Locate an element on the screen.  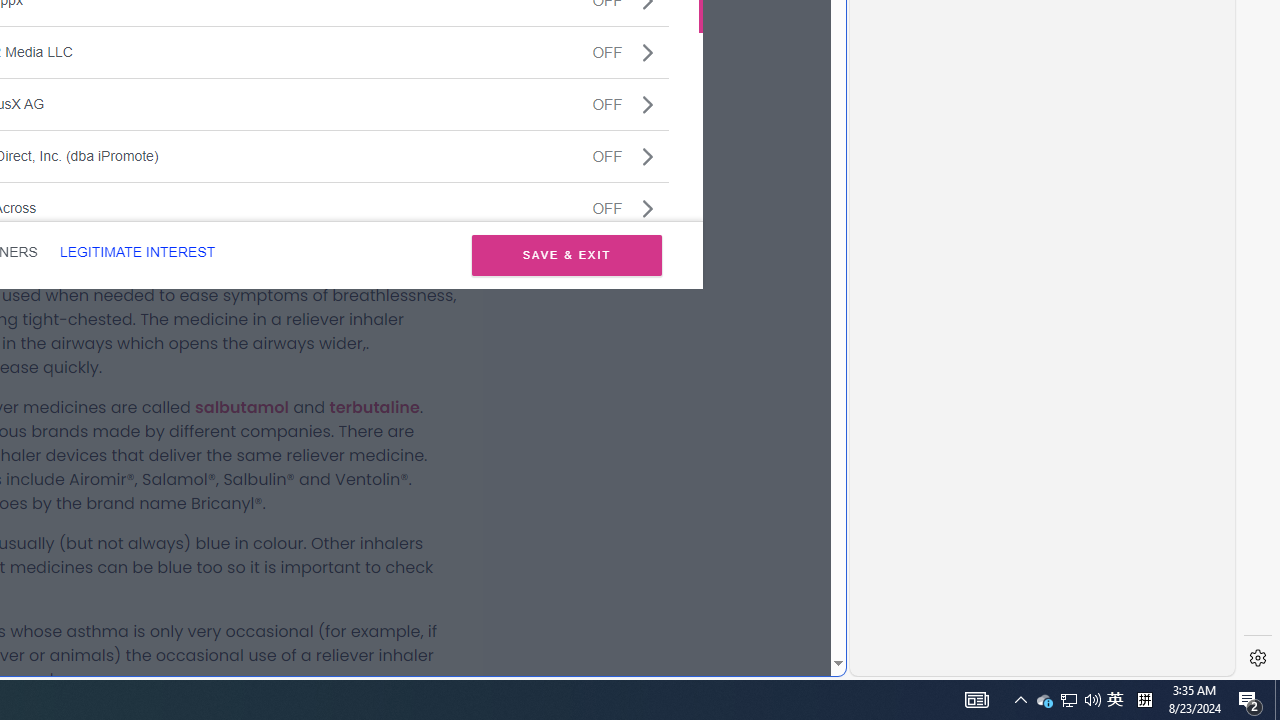
'LEGITIMATE INTEREST' is located at coordinates (136, 250).